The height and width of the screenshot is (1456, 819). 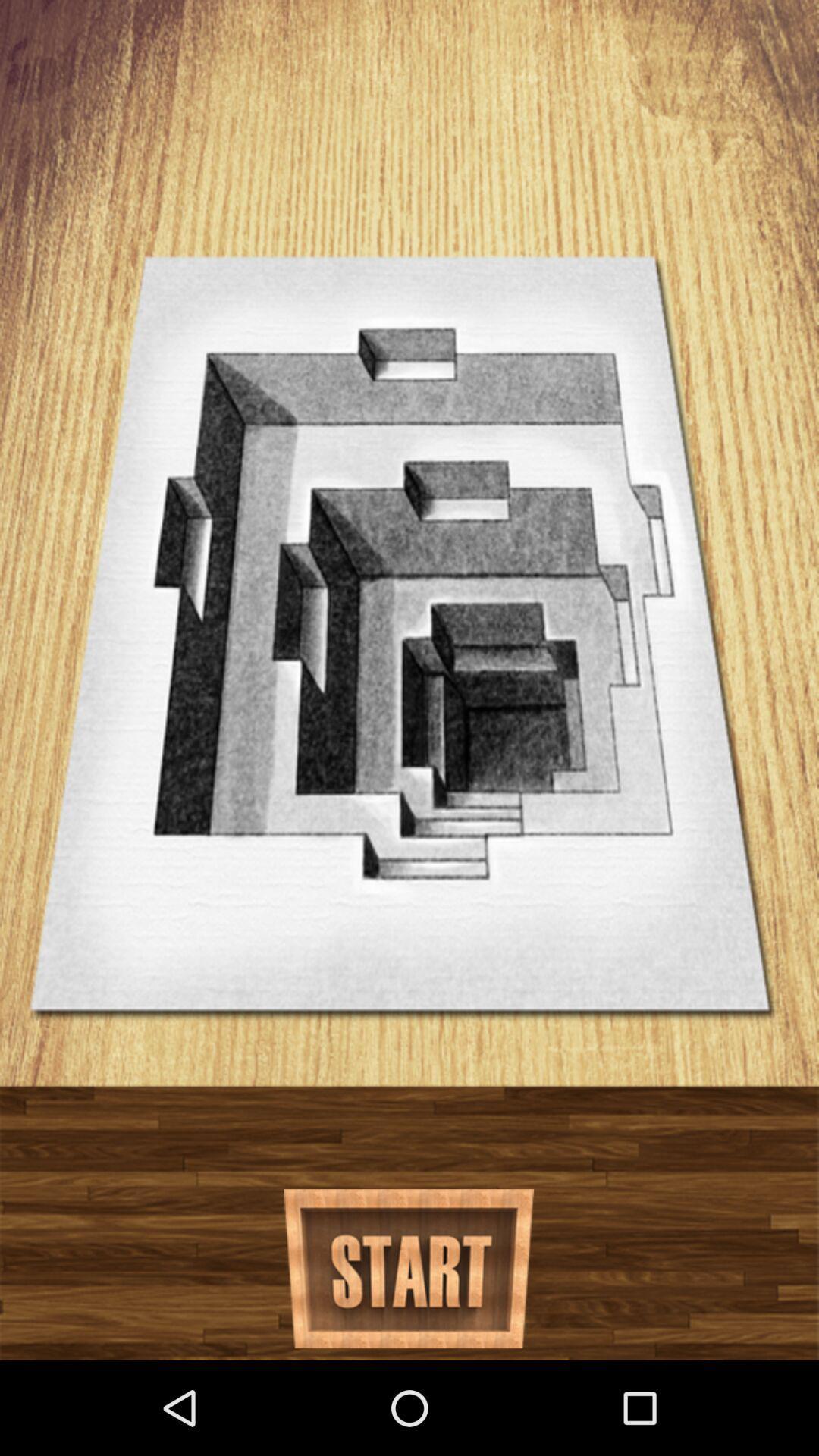 What do you see at coordinates (408, 1269) in the screenshot?
I see `start` at bounding box center [408, 1269].